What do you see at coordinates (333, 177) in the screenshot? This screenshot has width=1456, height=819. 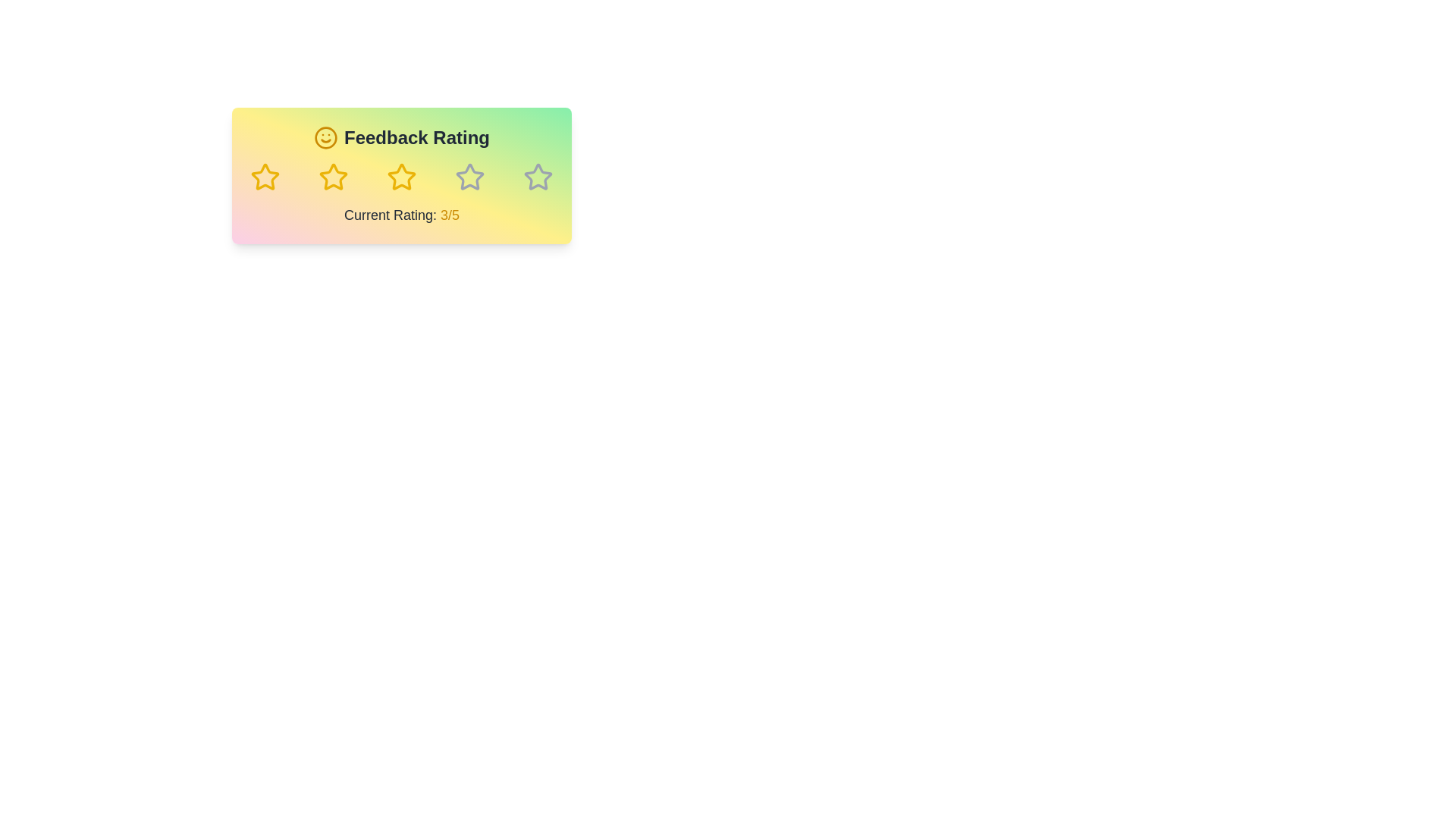 I see `the feedback rating to 2 stars by clicking on the corresponding star` at bounding box center [333, 177].